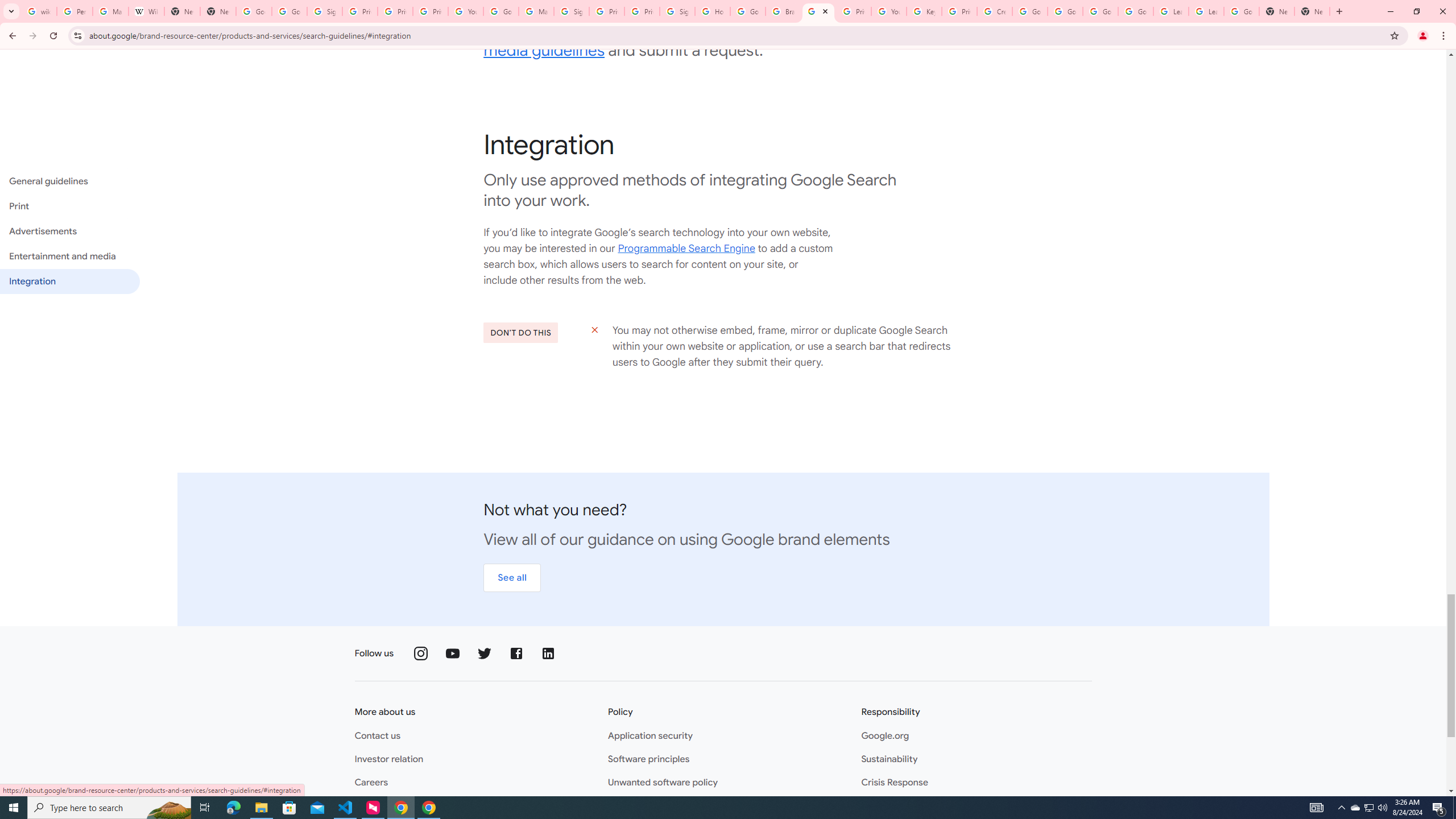  I want to click on 'See all', so click(512, 577).